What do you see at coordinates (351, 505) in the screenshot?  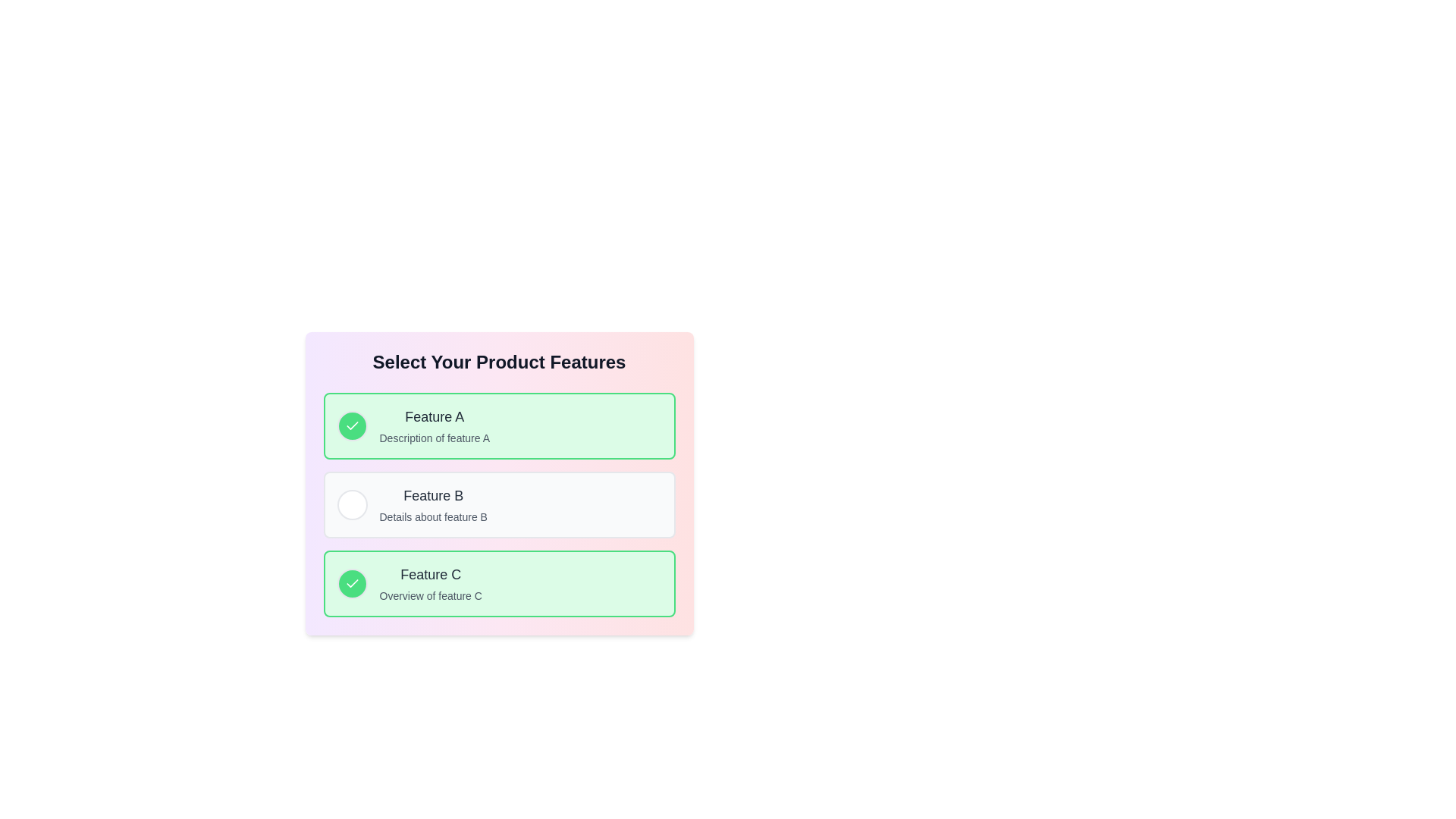 I see `the button located to the left of the 'Feature B' title` at bounding box center [351, 505].